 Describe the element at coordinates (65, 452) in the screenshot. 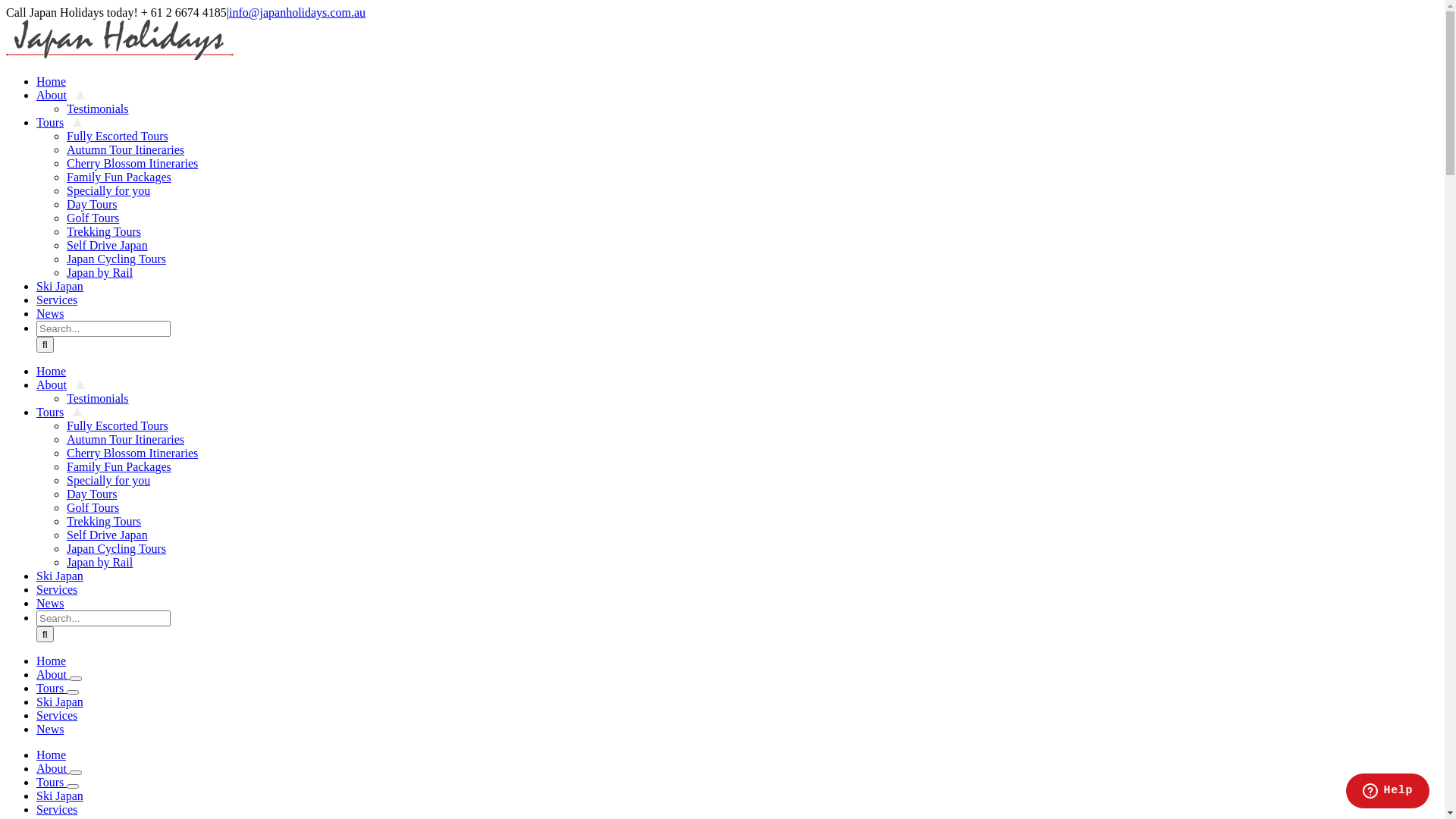

I see `'Cherry Blossom Itineraries'` at that location.